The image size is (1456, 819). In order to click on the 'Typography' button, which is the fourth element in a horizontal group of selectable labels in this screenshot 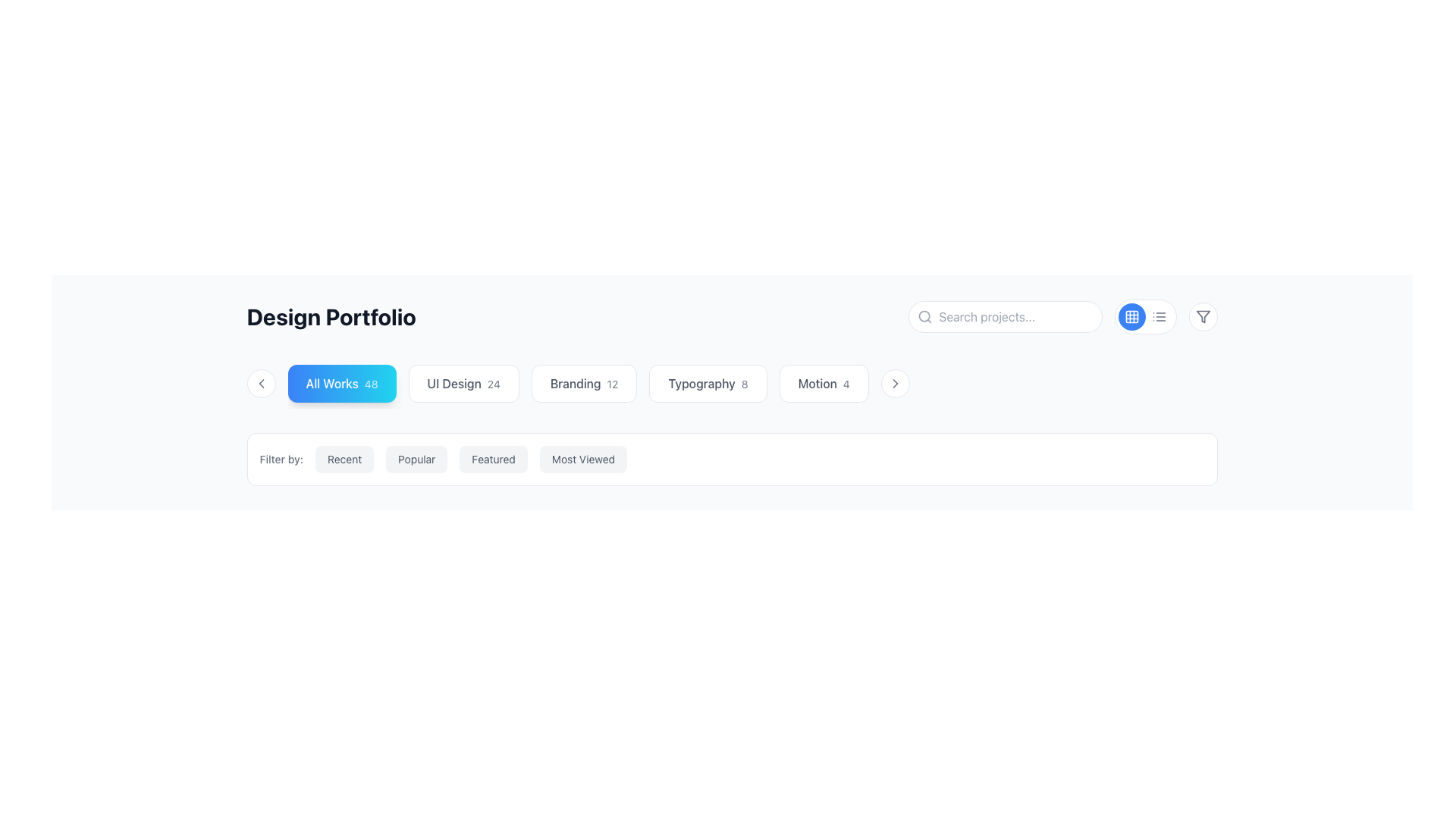, I will do `click(732, 382)`.